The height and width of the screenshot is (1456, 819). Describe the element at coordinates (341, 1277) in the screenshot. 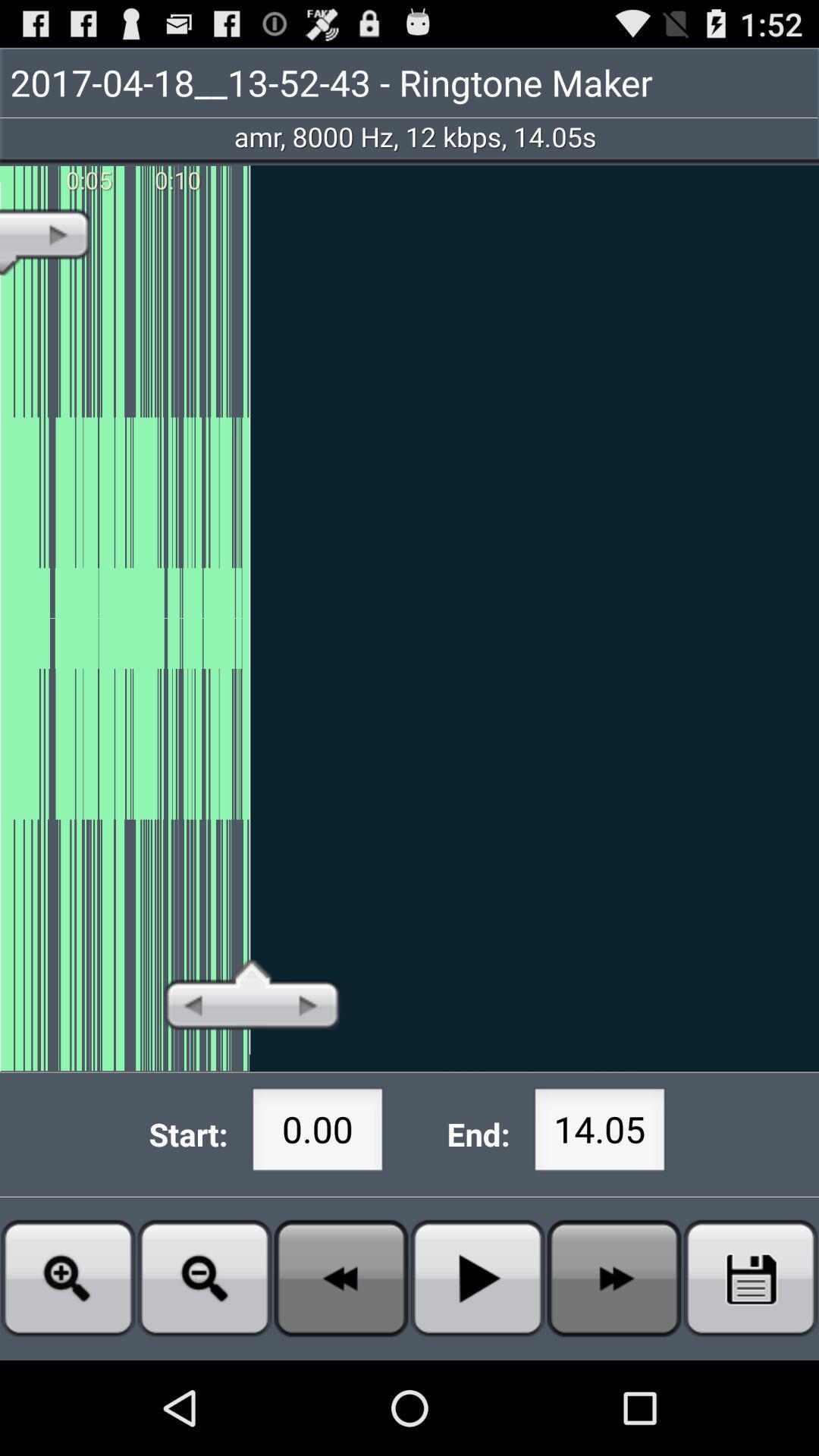

I see `go back` at that location.